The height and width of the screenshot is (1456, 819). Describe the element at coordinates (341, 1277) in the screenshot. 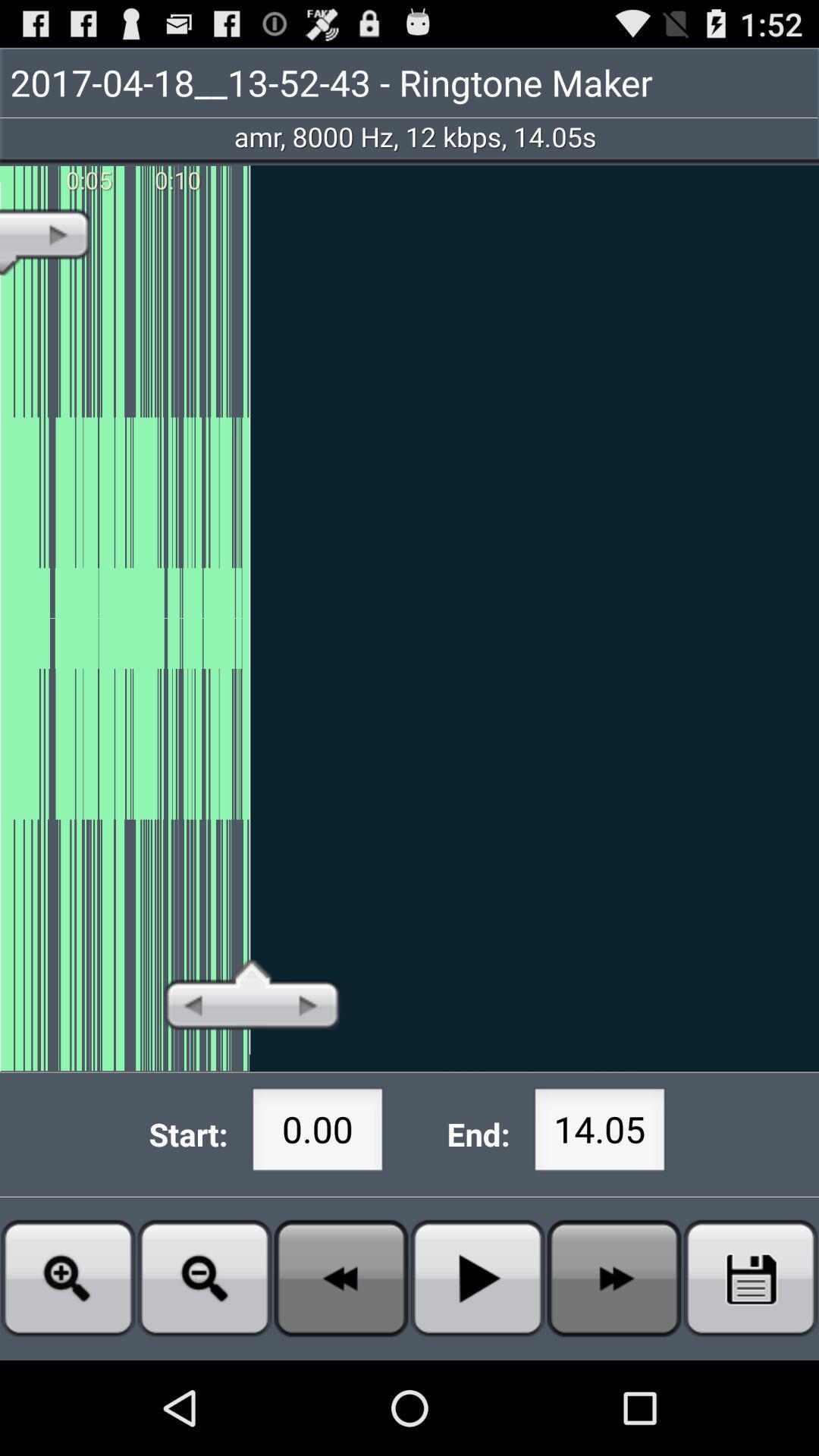

I see `go back` at that location.